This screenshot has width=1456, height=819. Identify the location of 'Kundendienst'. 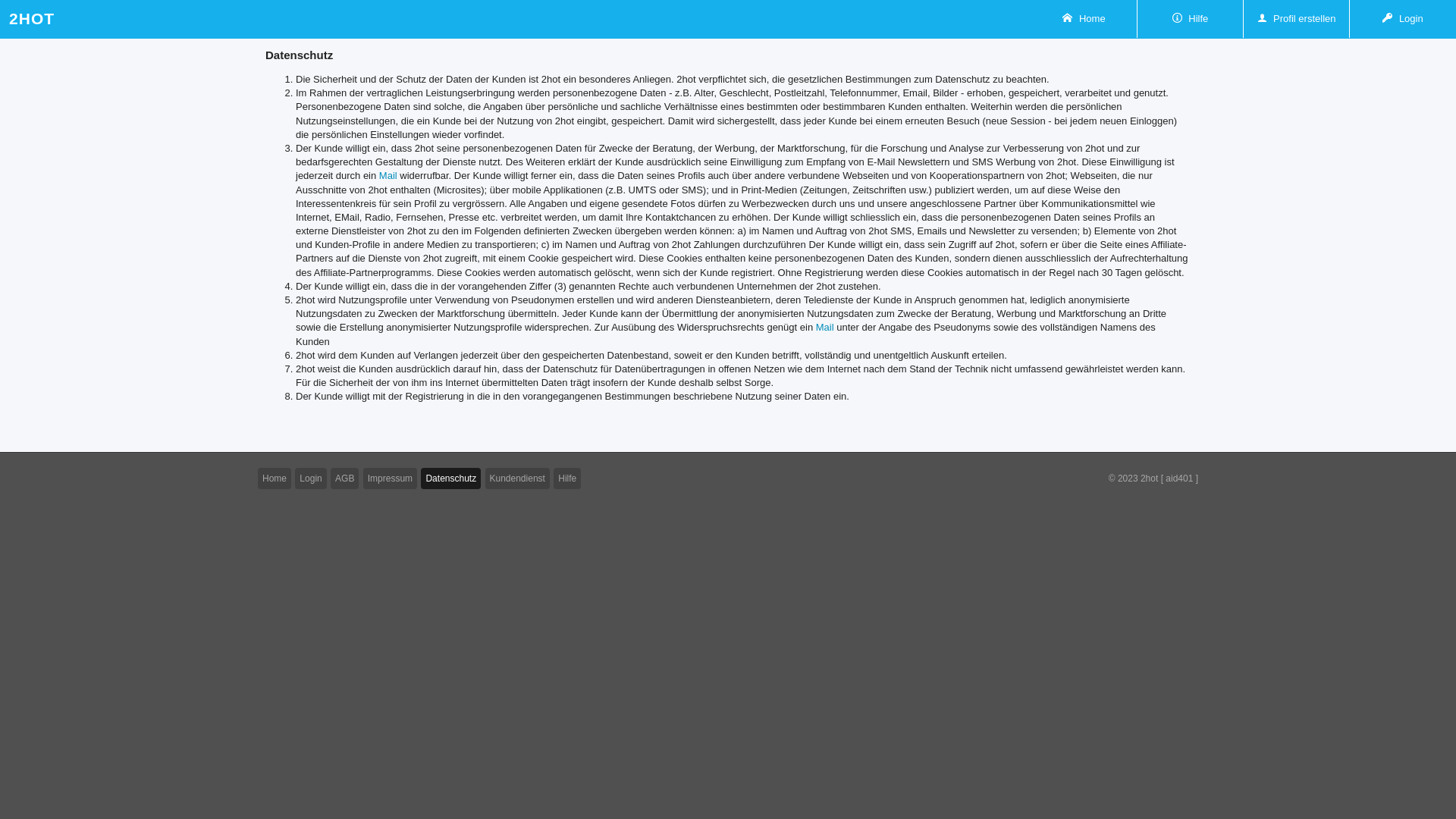
(517, 478).